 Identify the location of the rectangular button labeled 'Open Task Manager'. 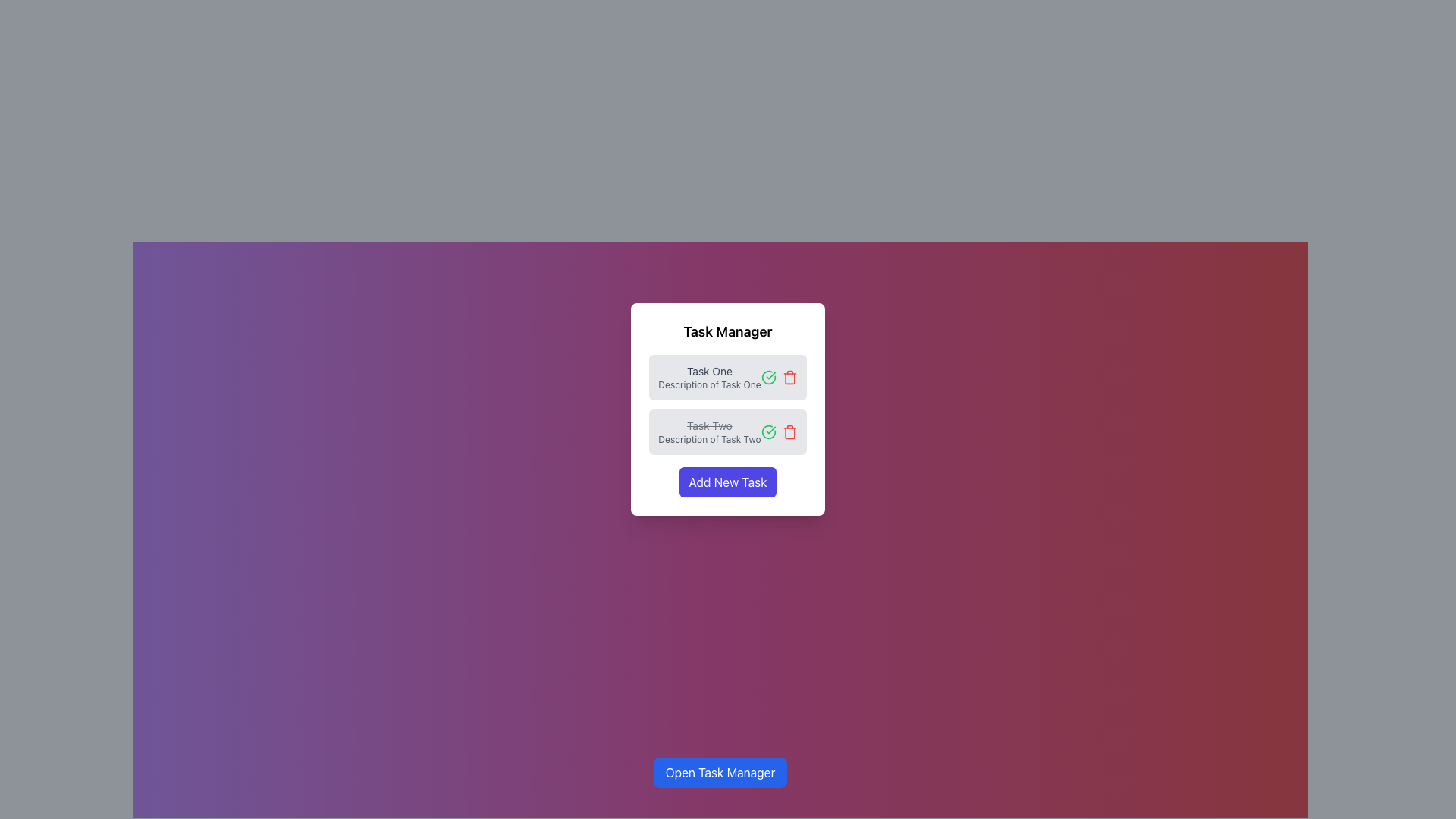
(720, 772).